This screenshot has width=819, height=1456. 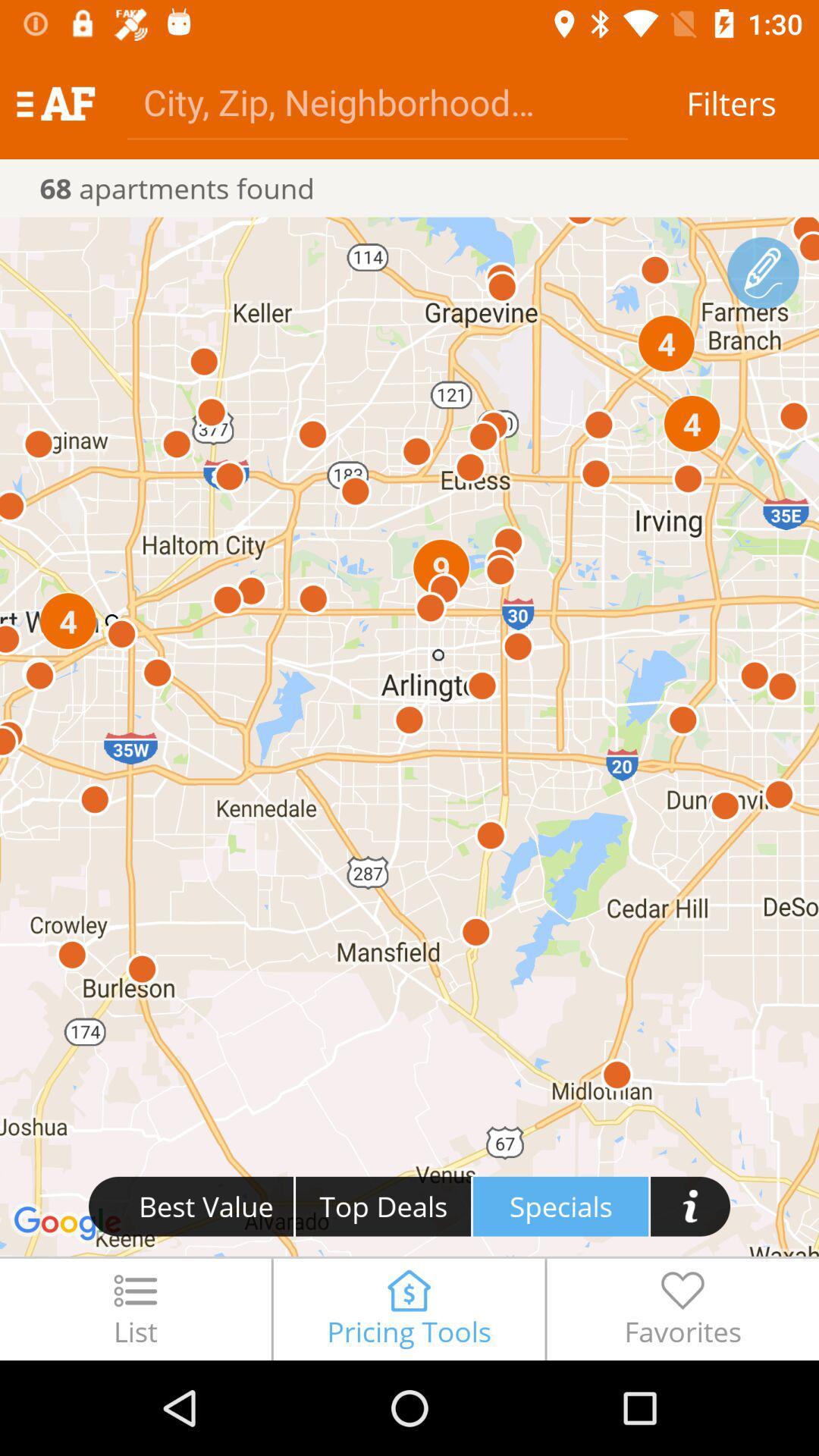 I want to click on farmer branch, so click(x=763, y=273).